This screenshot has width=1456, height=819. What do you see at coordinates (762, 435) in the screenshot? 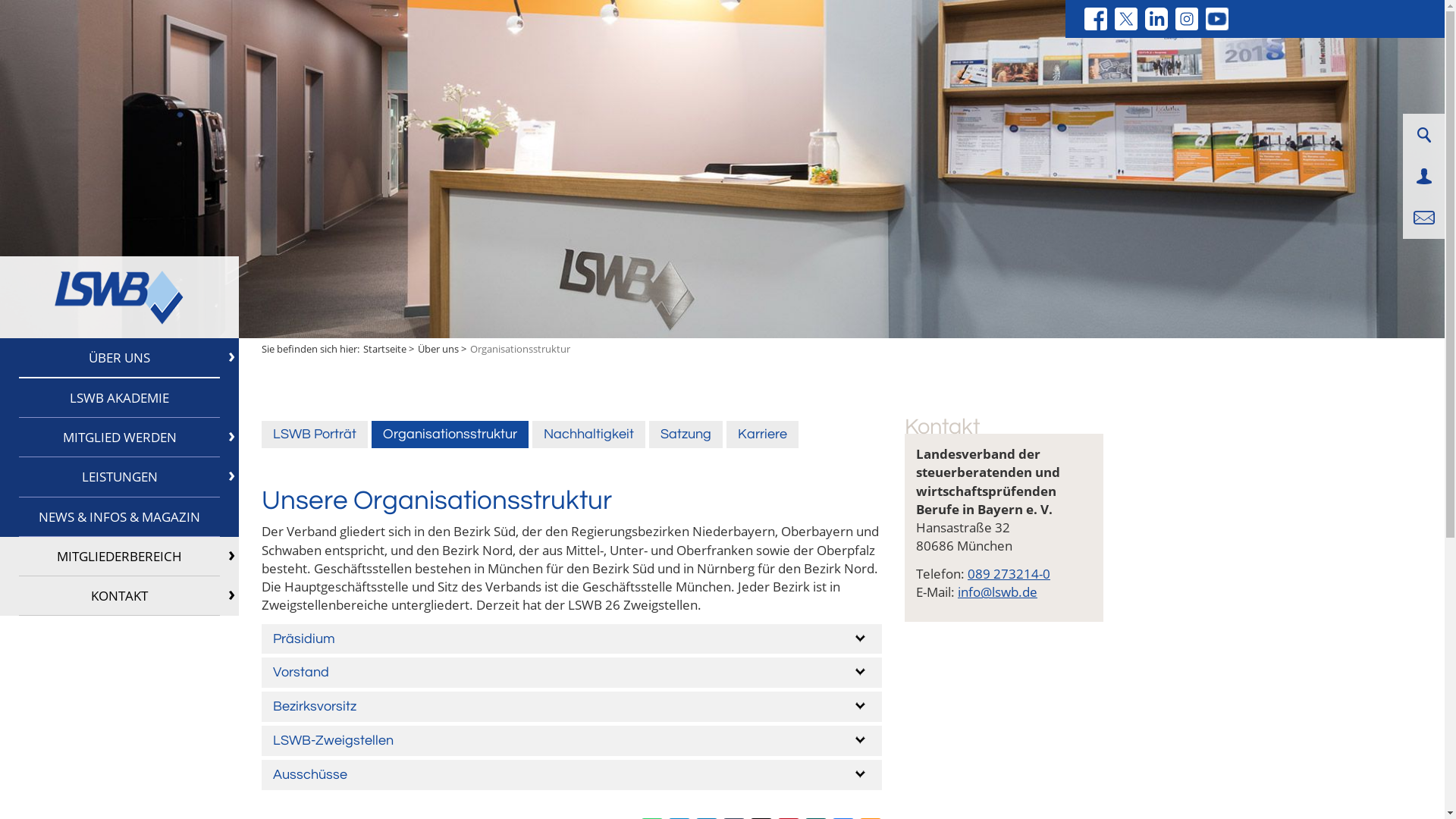
I see `'Karriere'` at bounding box center [762, 435].